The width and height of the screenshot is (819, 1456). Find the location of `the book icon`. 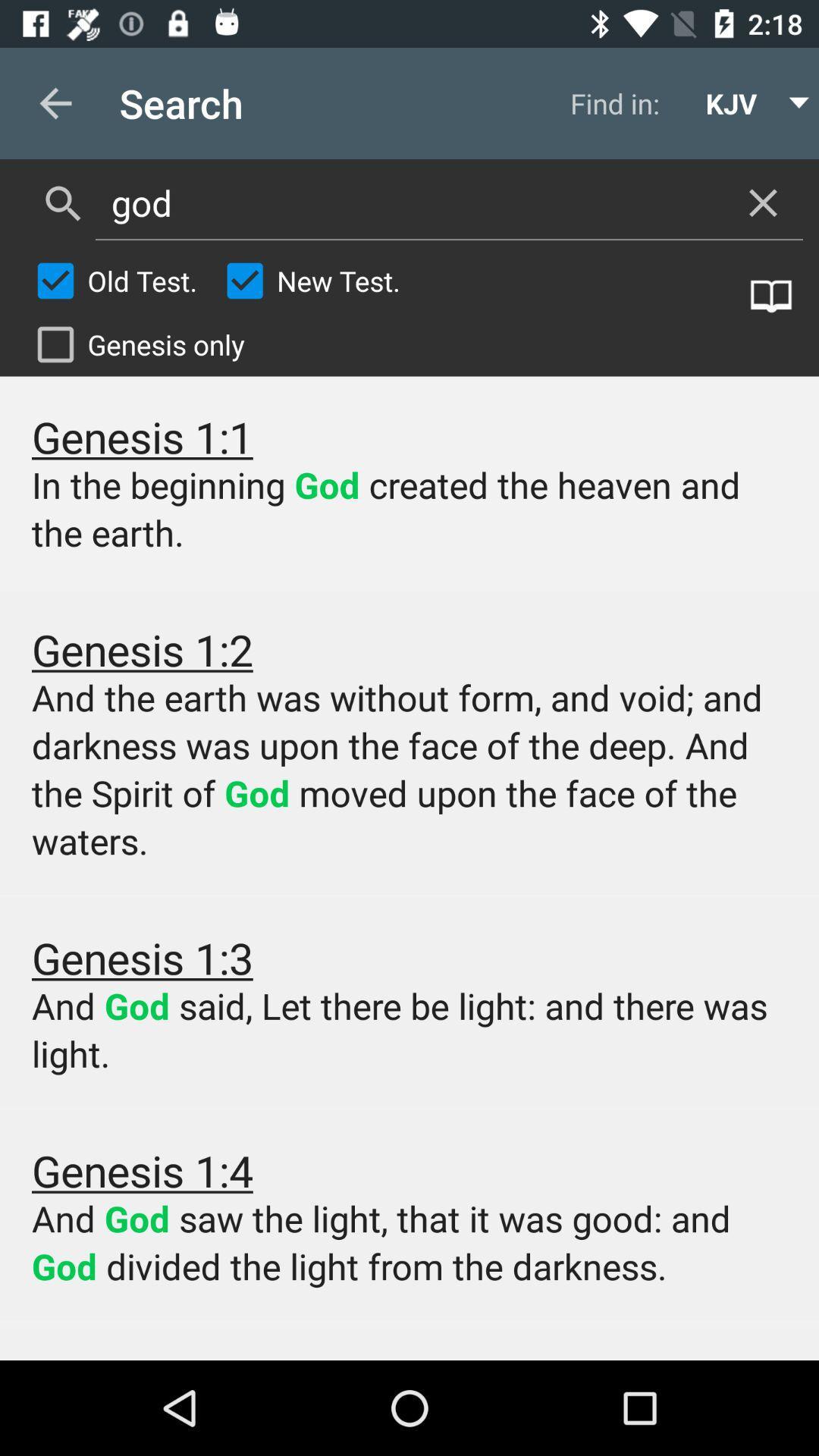

the book icon is located at coordinates (771, 297).